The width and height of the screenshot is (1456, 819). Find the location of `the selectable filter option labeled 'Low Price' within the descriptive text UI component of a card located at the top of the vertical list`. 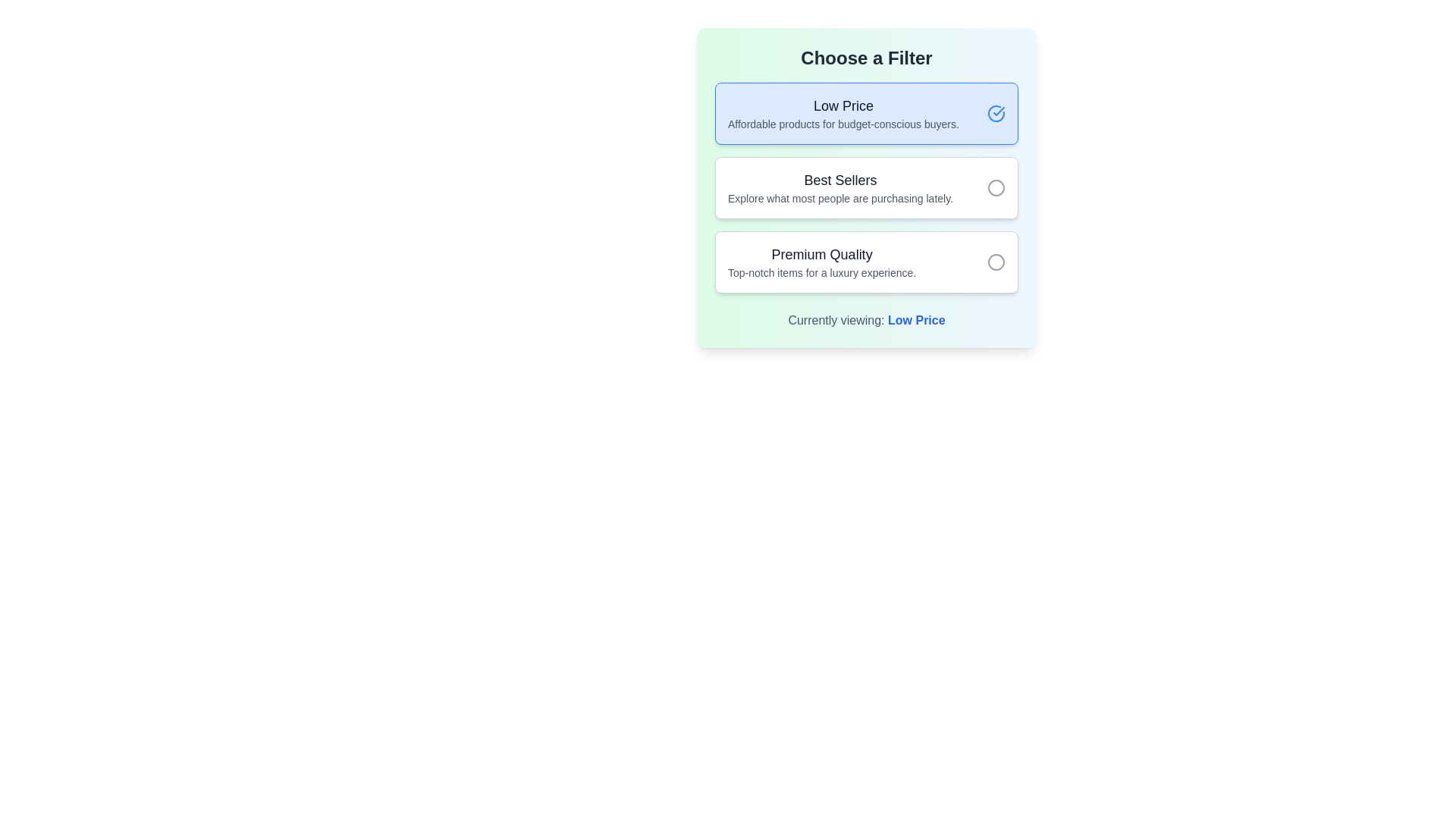

the selectable filter option labeled 'Low Price' within the descriptive text UI component of a card located at the top of the vertical list is located at coordinates (843, 113).